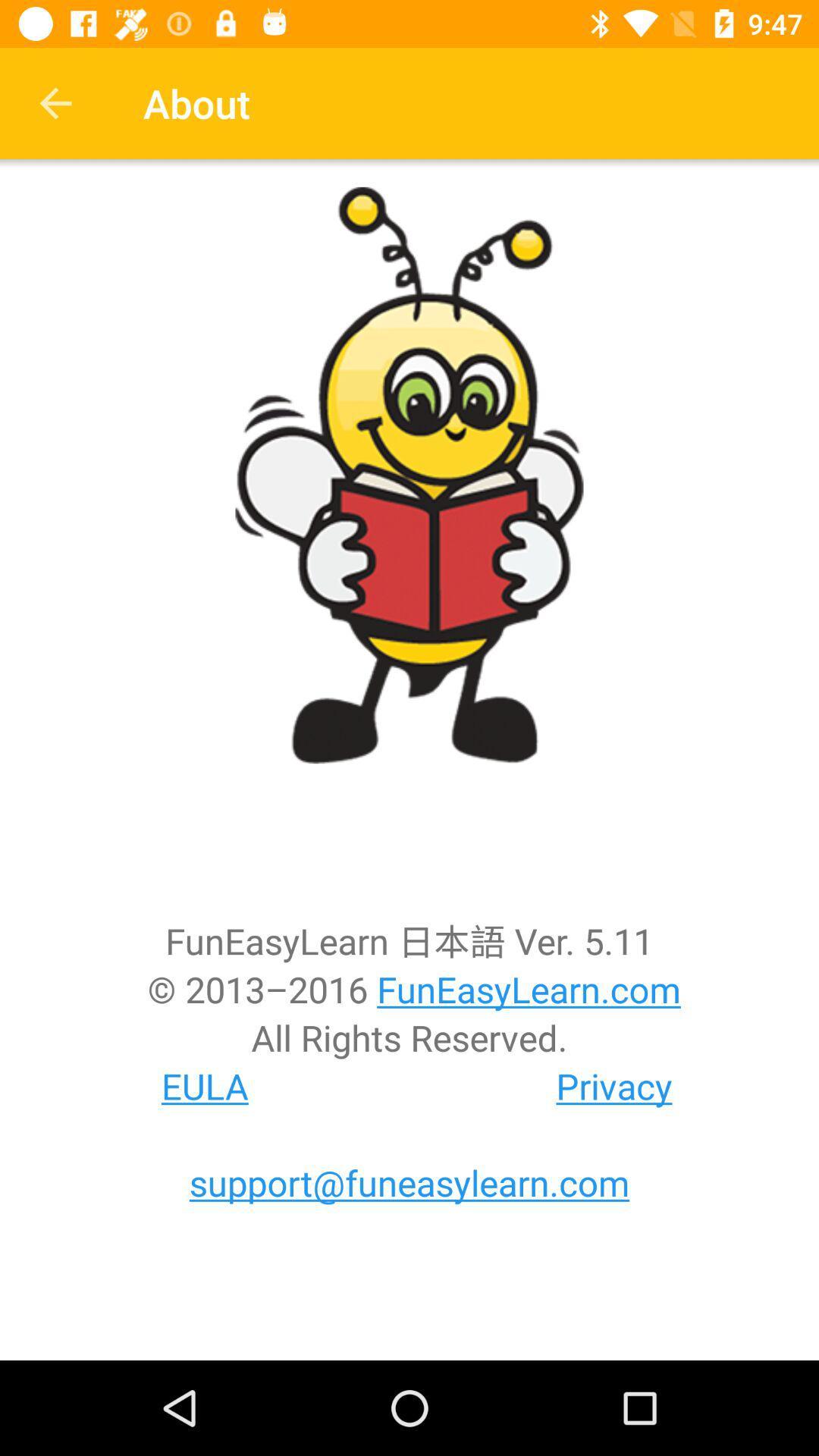  What do you see at coordinates (614, 1085) in the screenshot?
I see `the icon below all rights reserved.` at bounding box center [614, 1085].